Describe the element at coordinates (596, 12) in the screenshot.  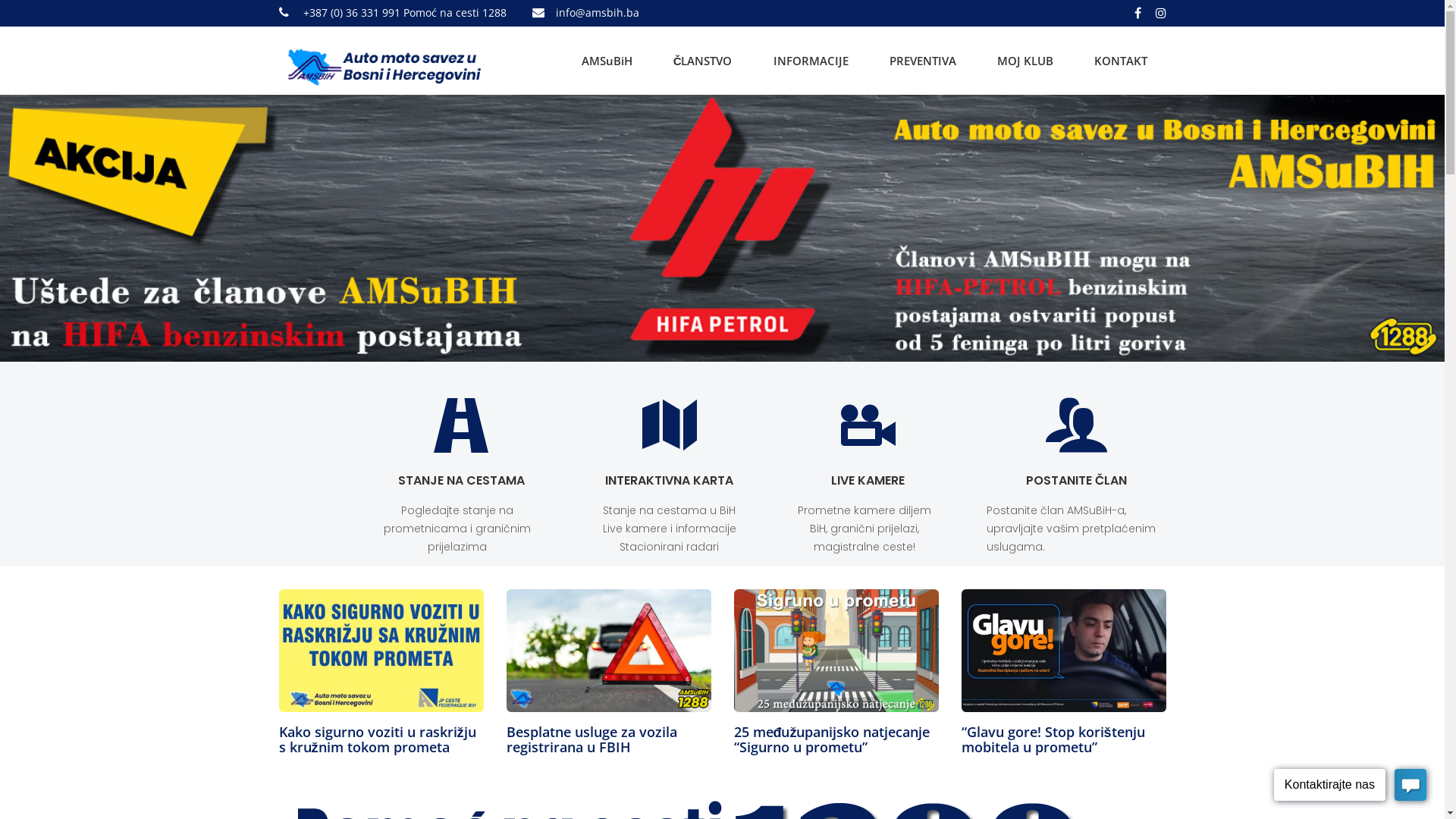
I see `'info@amsbih.ba'` at that location.